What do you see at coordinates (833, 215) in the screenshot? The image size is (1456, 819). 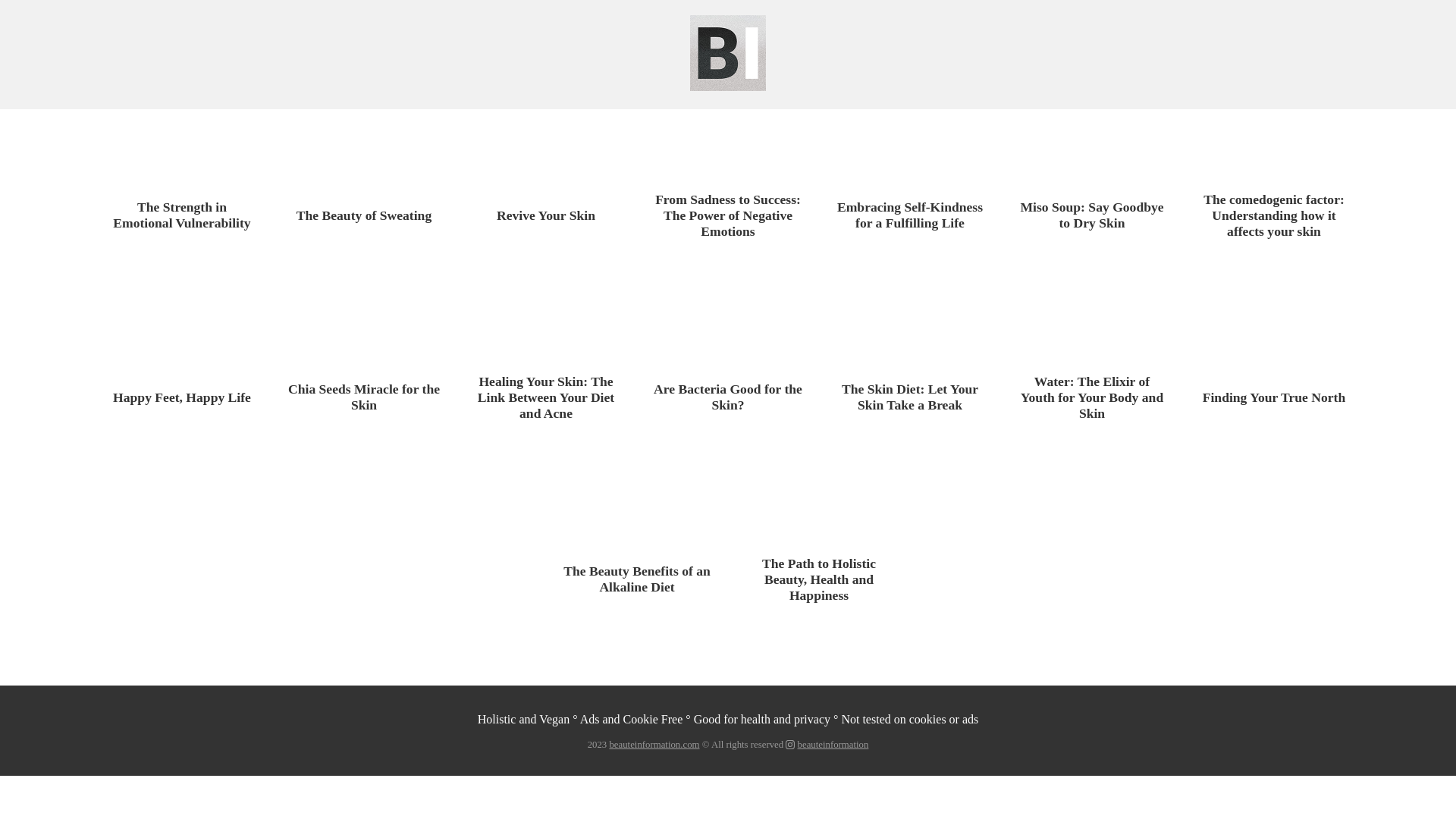 I see `'Embracing Self-Kindness for a Fulfilling Life'` at bounding box center [833, 215].